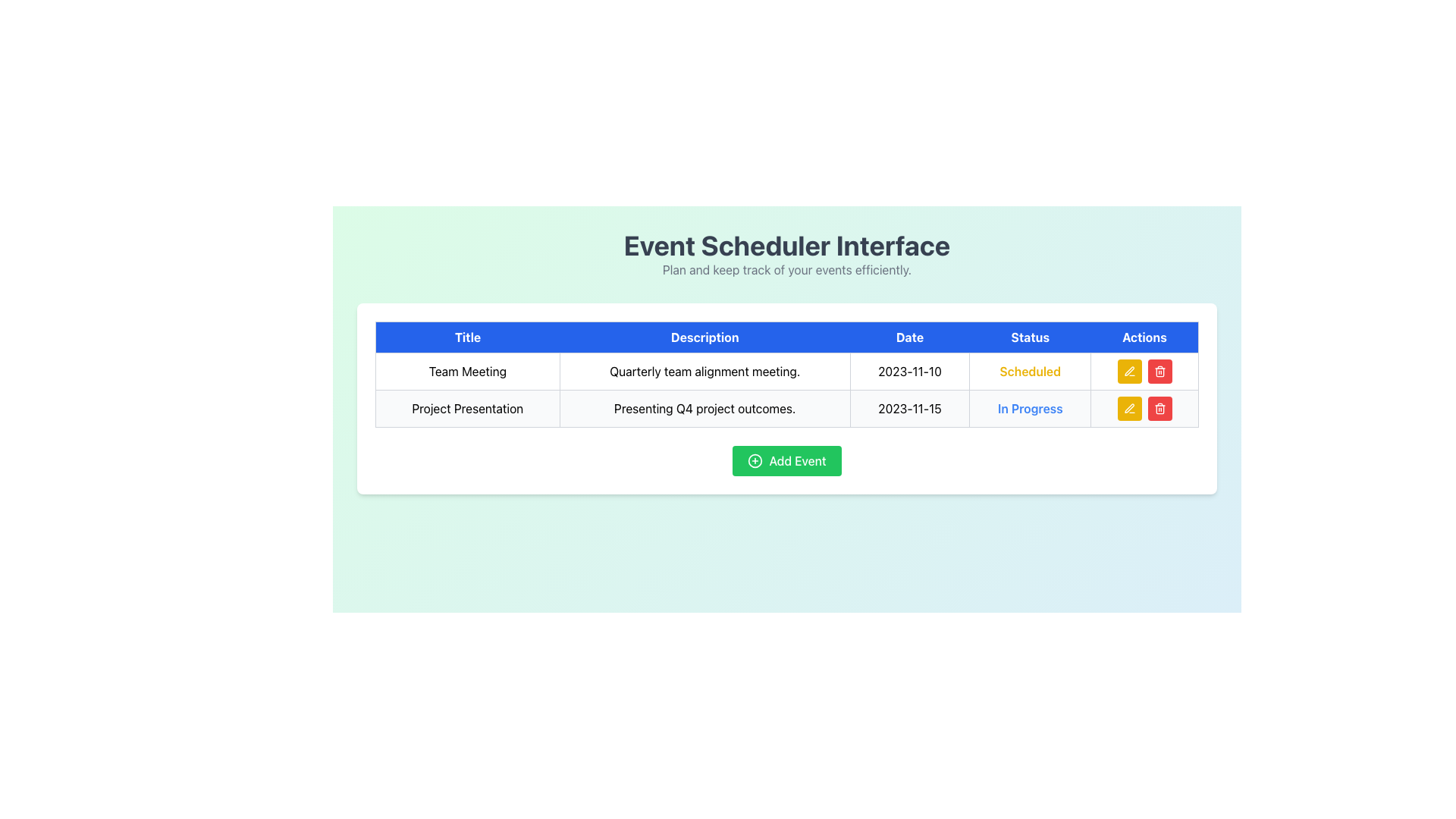 This screenshot has height=819, width=1456. Describe the element at coordinates (1159, 408) in the screenshot. I see `the red trash bin icon button located in the 'Actions' column of the second row corresponding to the 'Project Presentation' row in the table` at that location.